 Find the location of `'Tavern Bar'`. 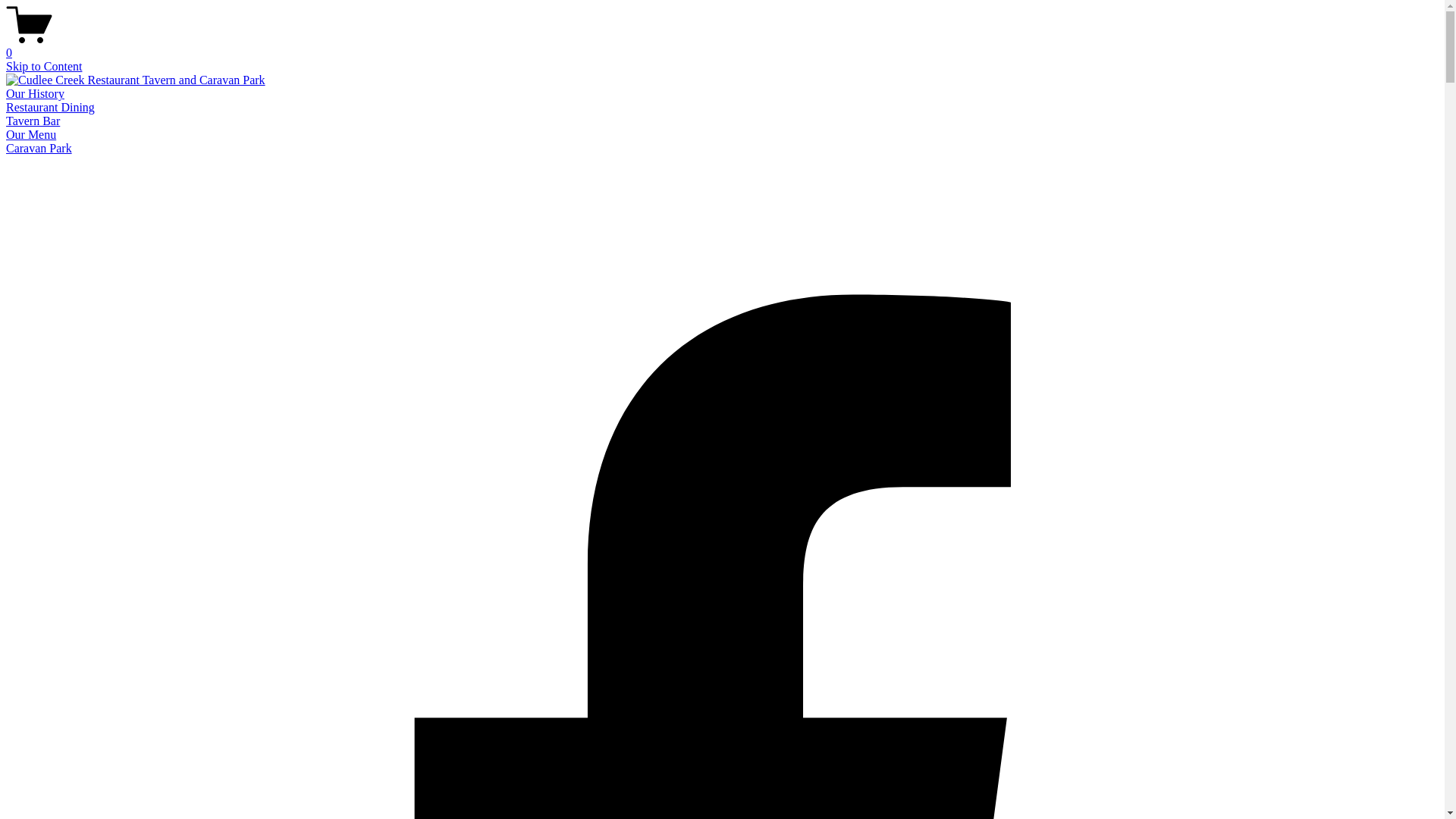

'Tavern Bar' is located at coordinates (33, 120).